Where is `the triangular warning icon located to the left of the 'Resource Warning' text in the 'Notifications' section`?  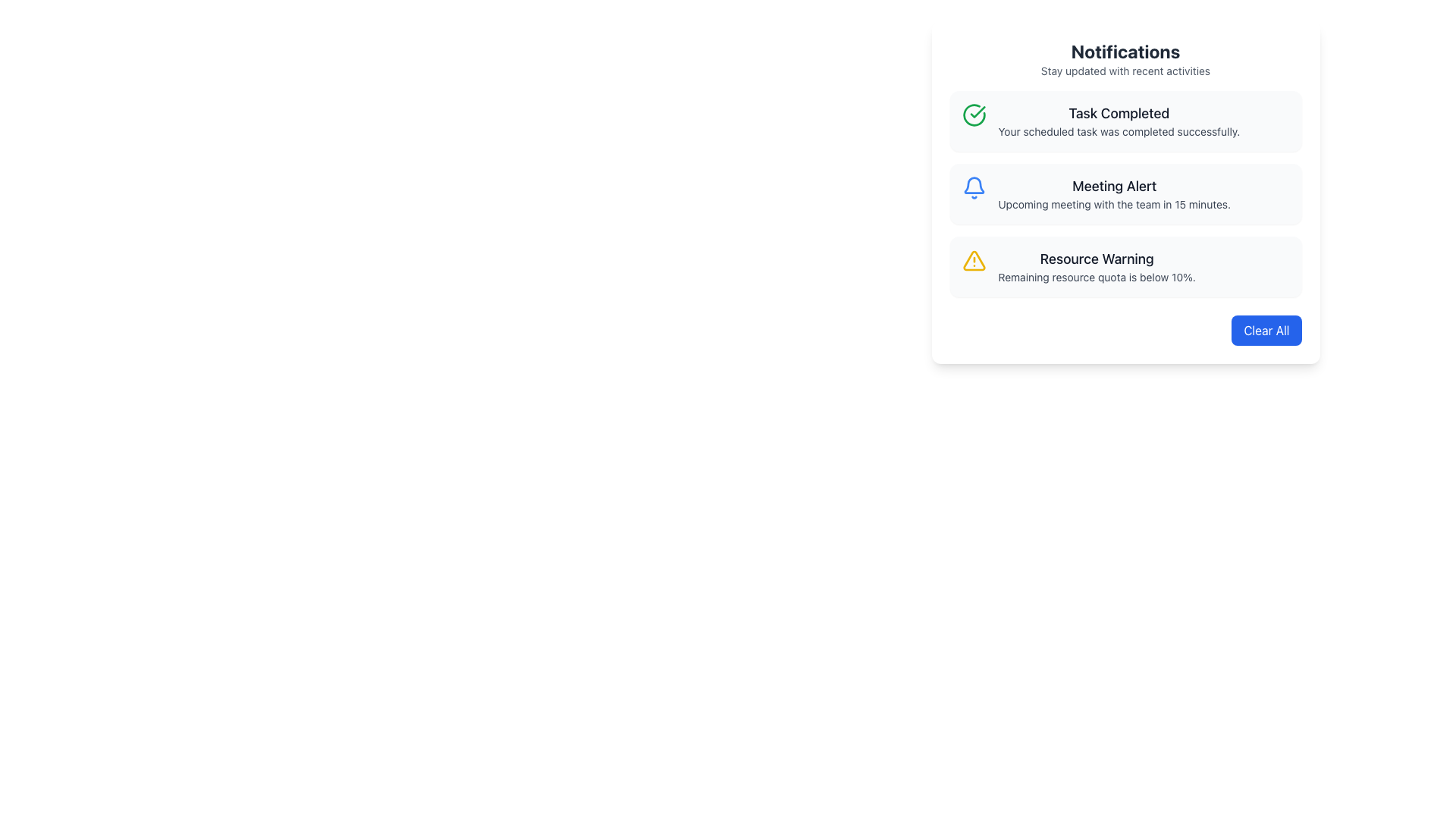 the triangular warning icon located to the left of the 'Resource Warning' text in the 'Notifications' section is located at coordinates (974, 259).